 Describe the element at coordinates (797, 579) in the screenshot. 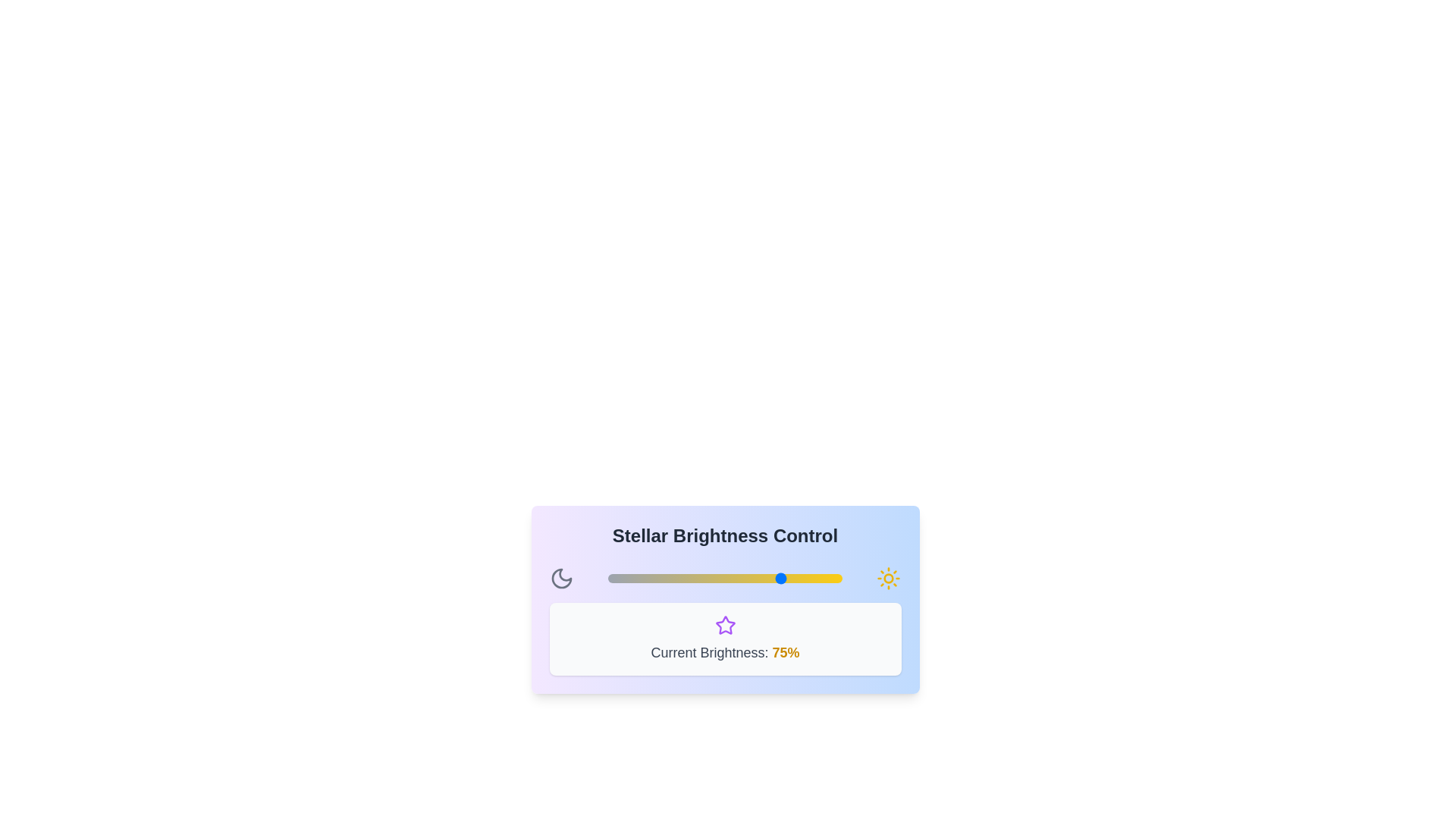

I see `the slider to set the brightness to 81%` at that location.